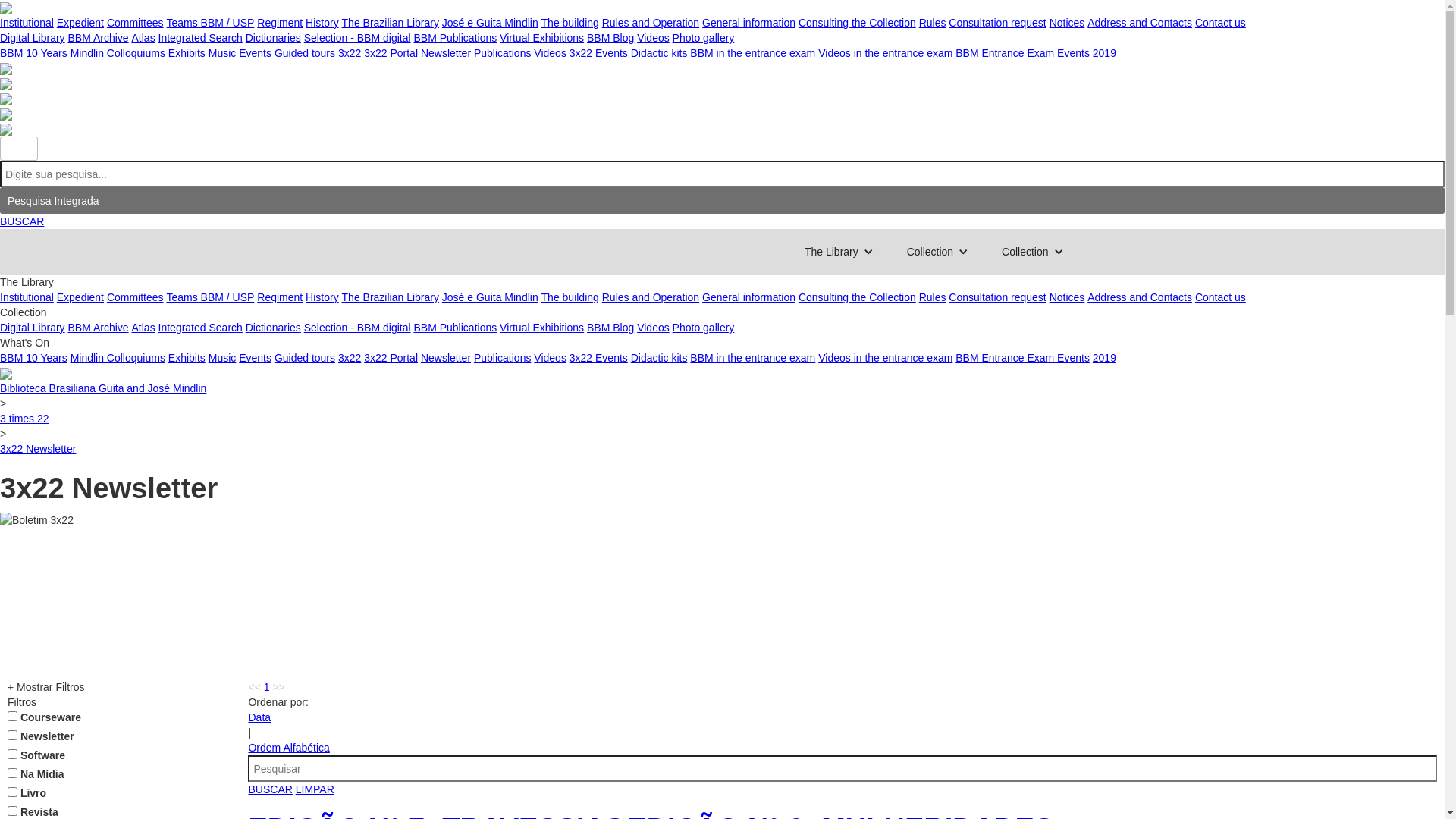 The image size is (1456, 819). What do you see at coordinates (266, 687) in the screenshot?
I see `'1'` at bounding box center [266, 687].